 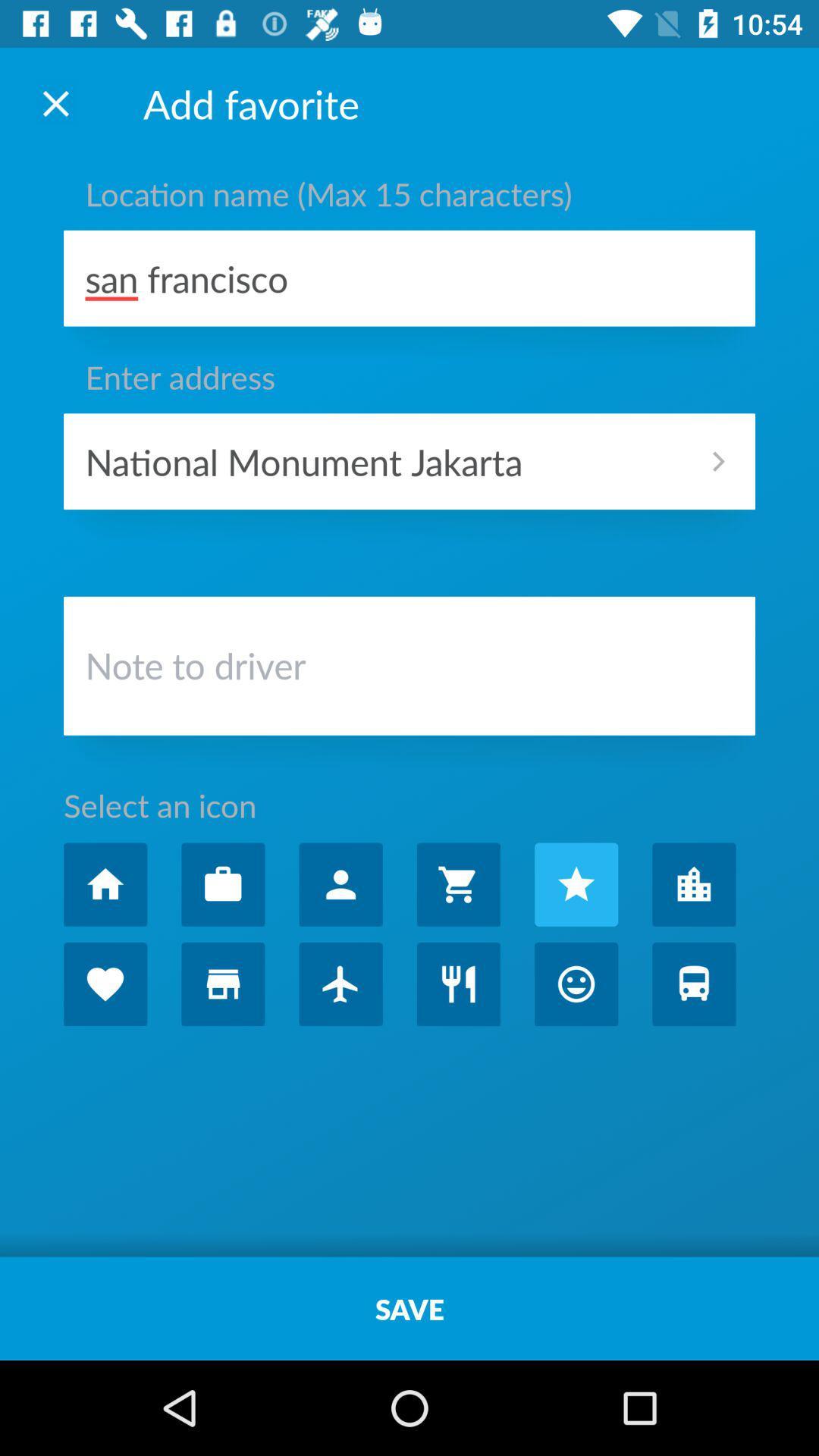 What do you see at coordinates (223, 884) in the screenshot?
I see `item` at bounding box center [223, 884].